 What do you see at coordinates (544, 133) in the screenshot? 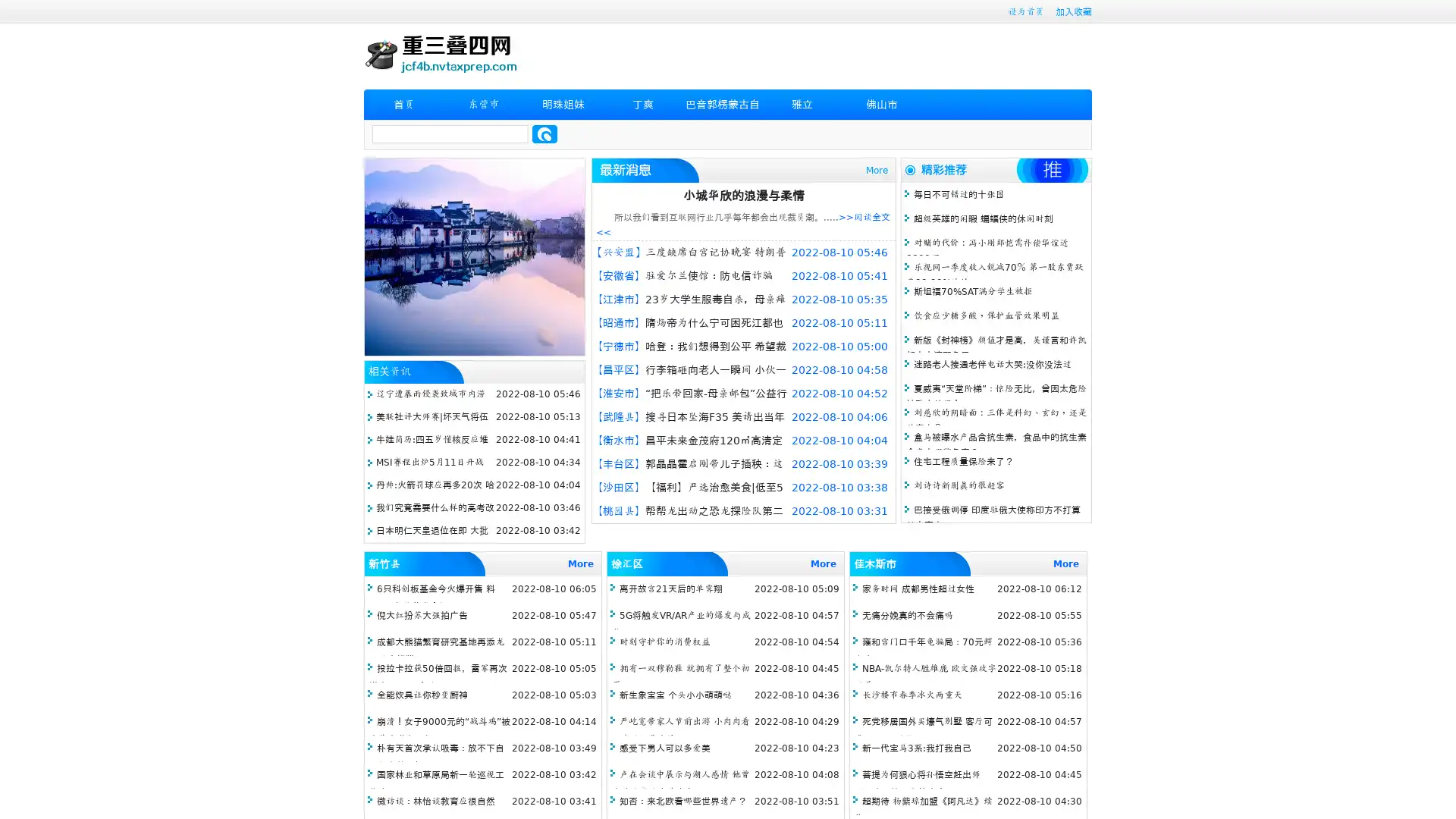
I see `Search` at bounding box center [544, 133].